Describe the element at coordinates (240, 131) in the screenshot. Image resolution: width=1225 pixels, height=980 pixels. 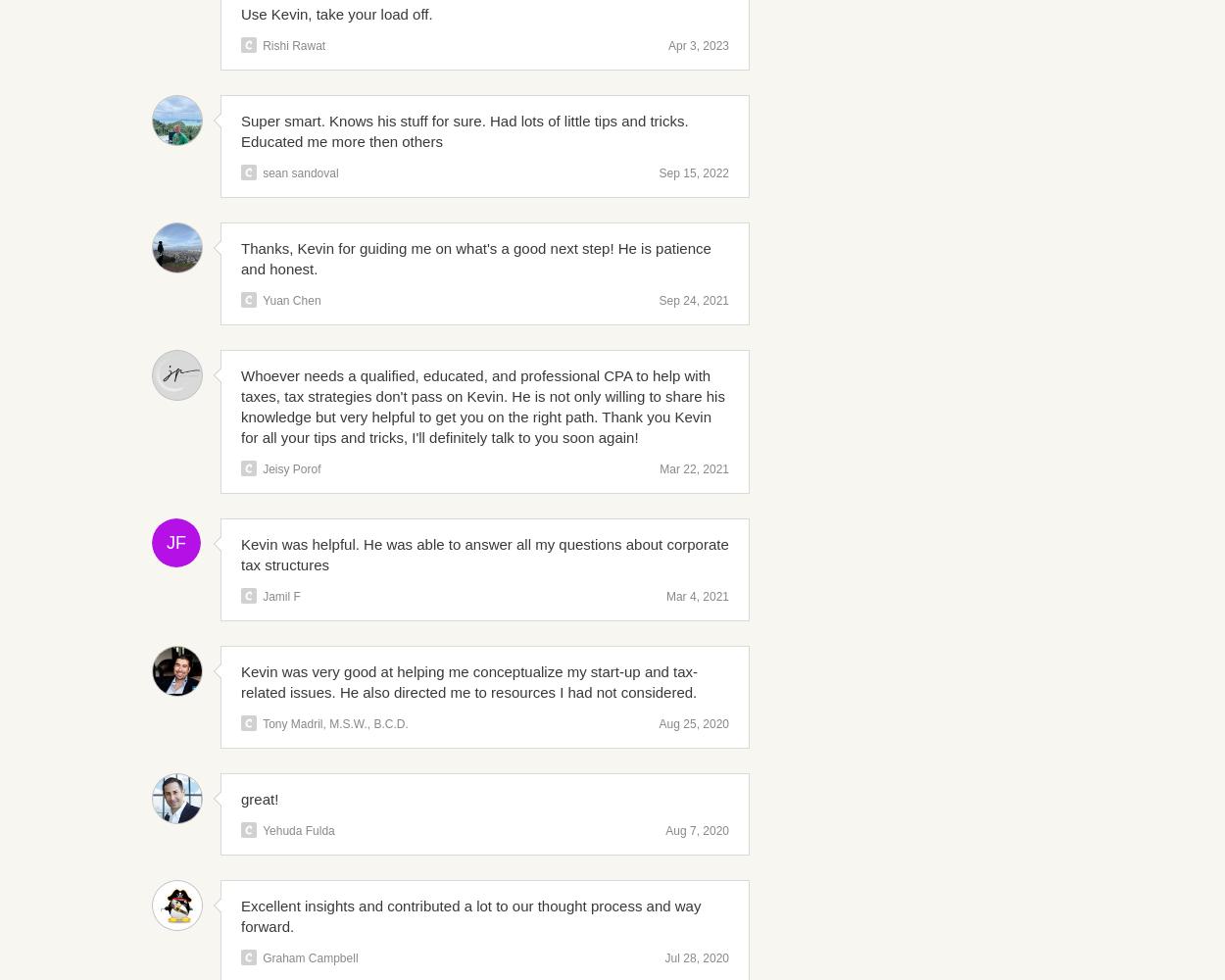
I see `'Super smart. Knows his stuff for sure. Had lots of little tips and tricks. Educated me more then others'` at that location.